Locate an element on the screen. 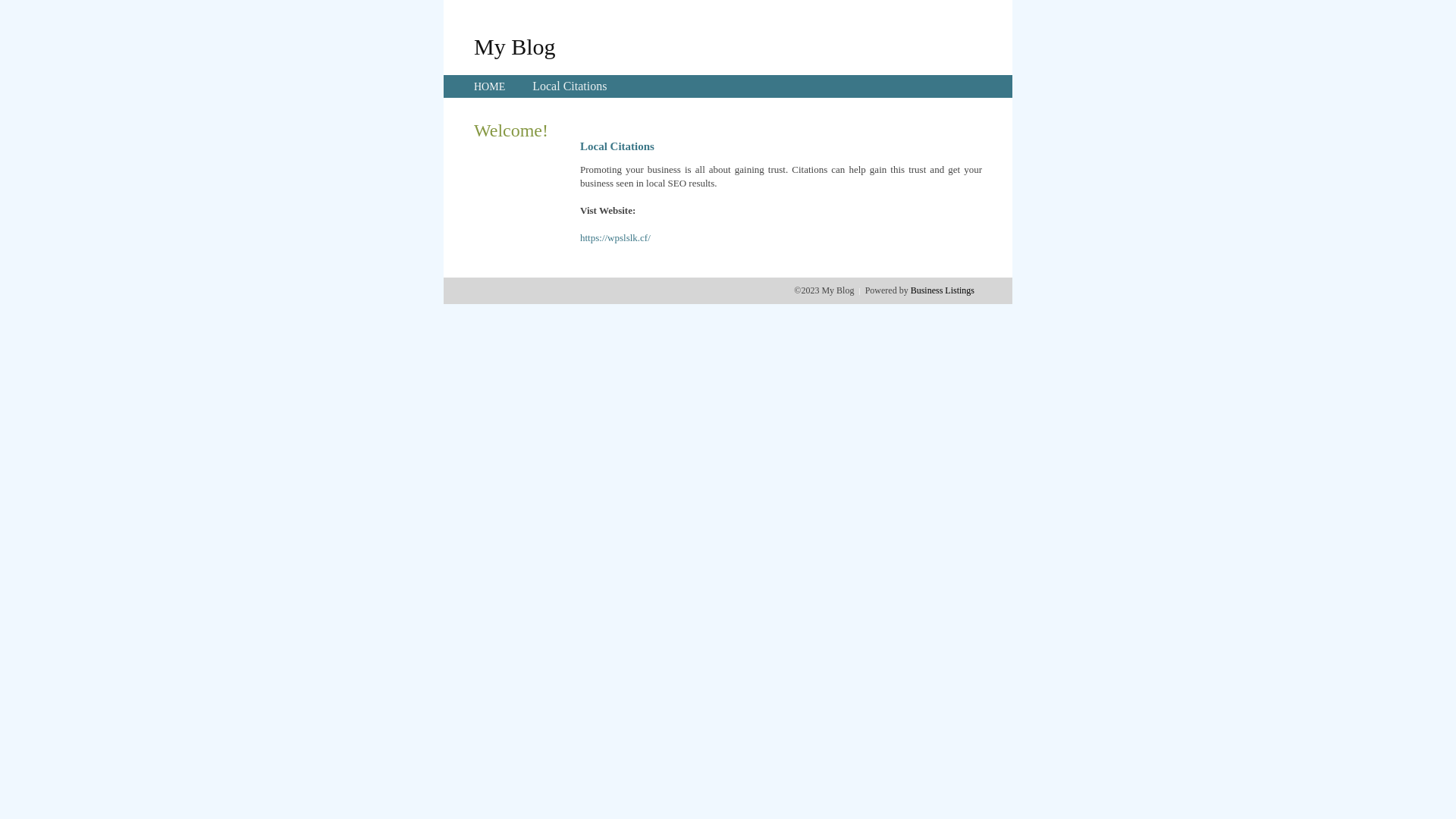 This screenshot has width=1456, height=819. 'https://wpslslk.cf/' is located at coordinates (615, 237).